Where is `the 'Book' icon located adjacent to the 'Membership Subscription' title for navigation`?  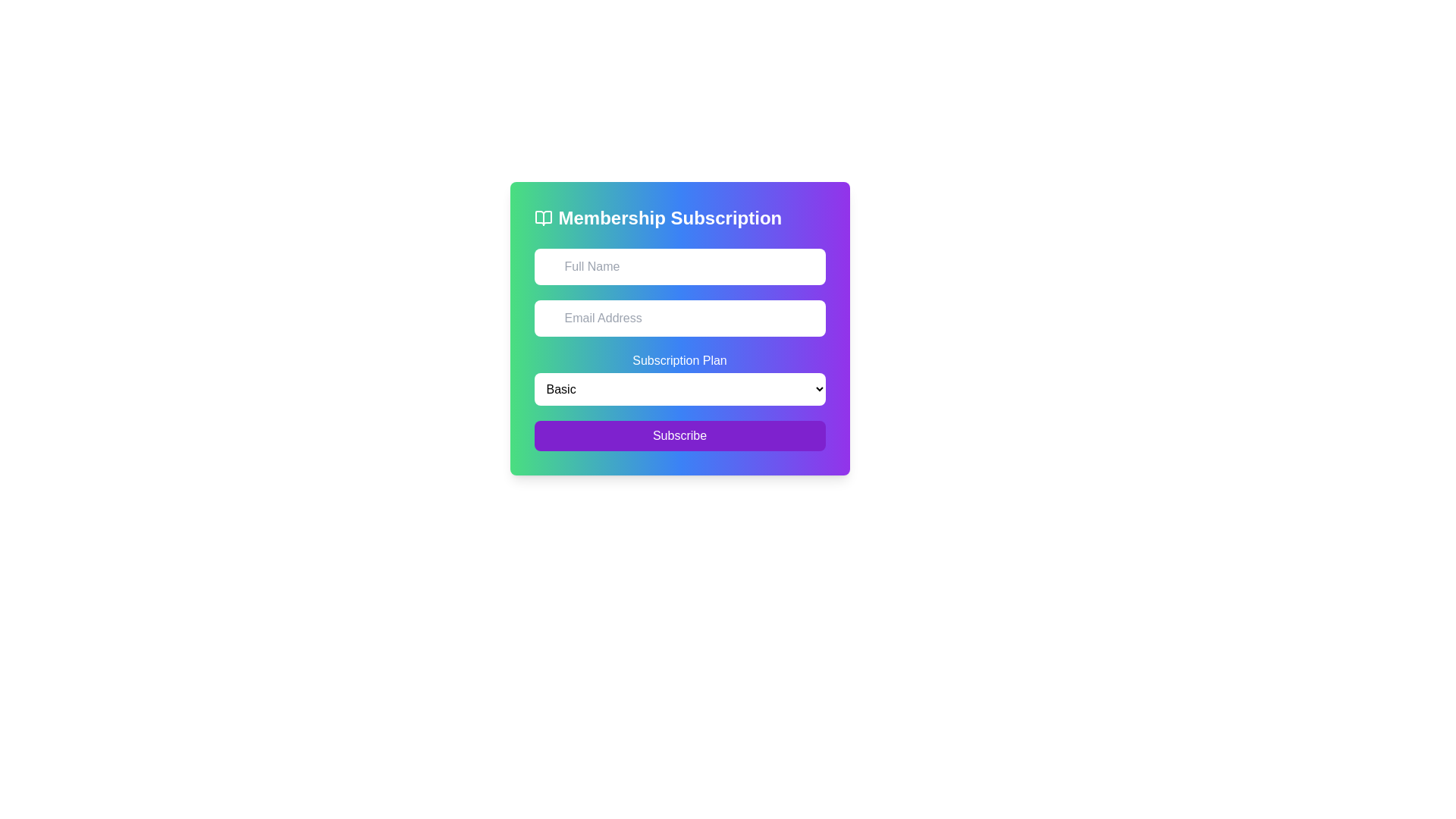 the 'Book' icon located adjacent to the 'Membership Subscription' title for navigation is located at coordinates (543, 218).